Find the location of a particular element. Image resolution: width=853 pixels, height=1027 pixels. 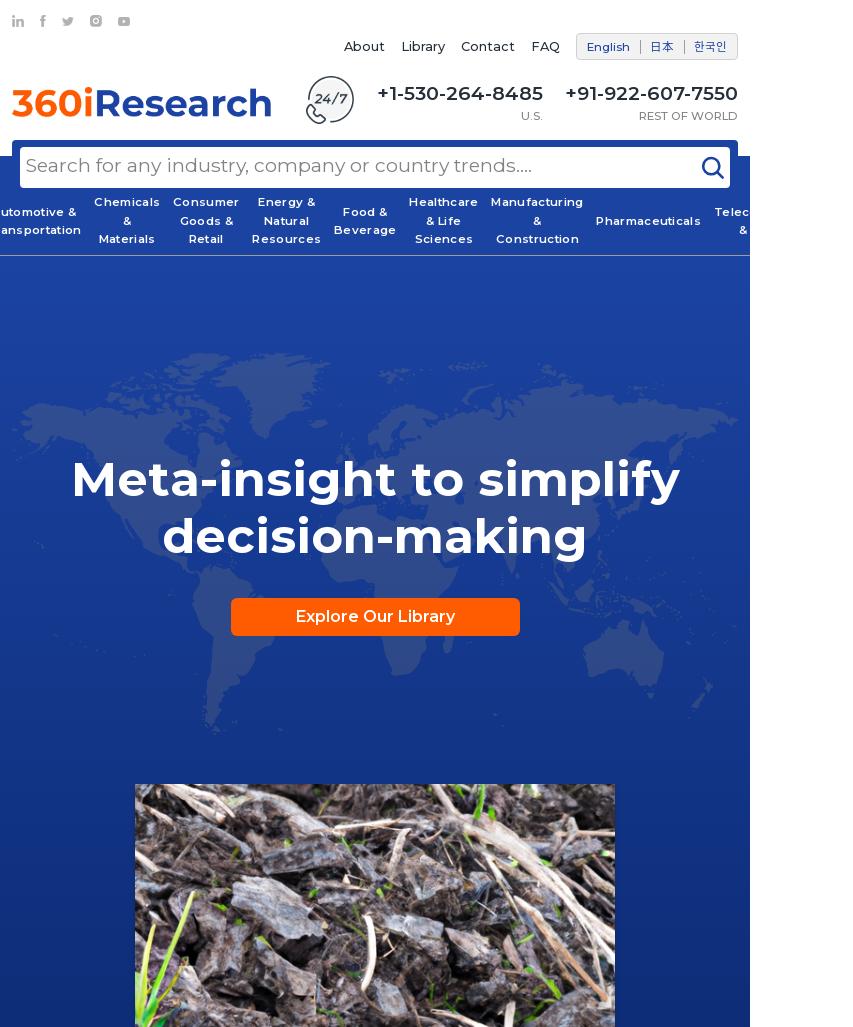

'Explore Our Library' is located at coordinates (374, 616).